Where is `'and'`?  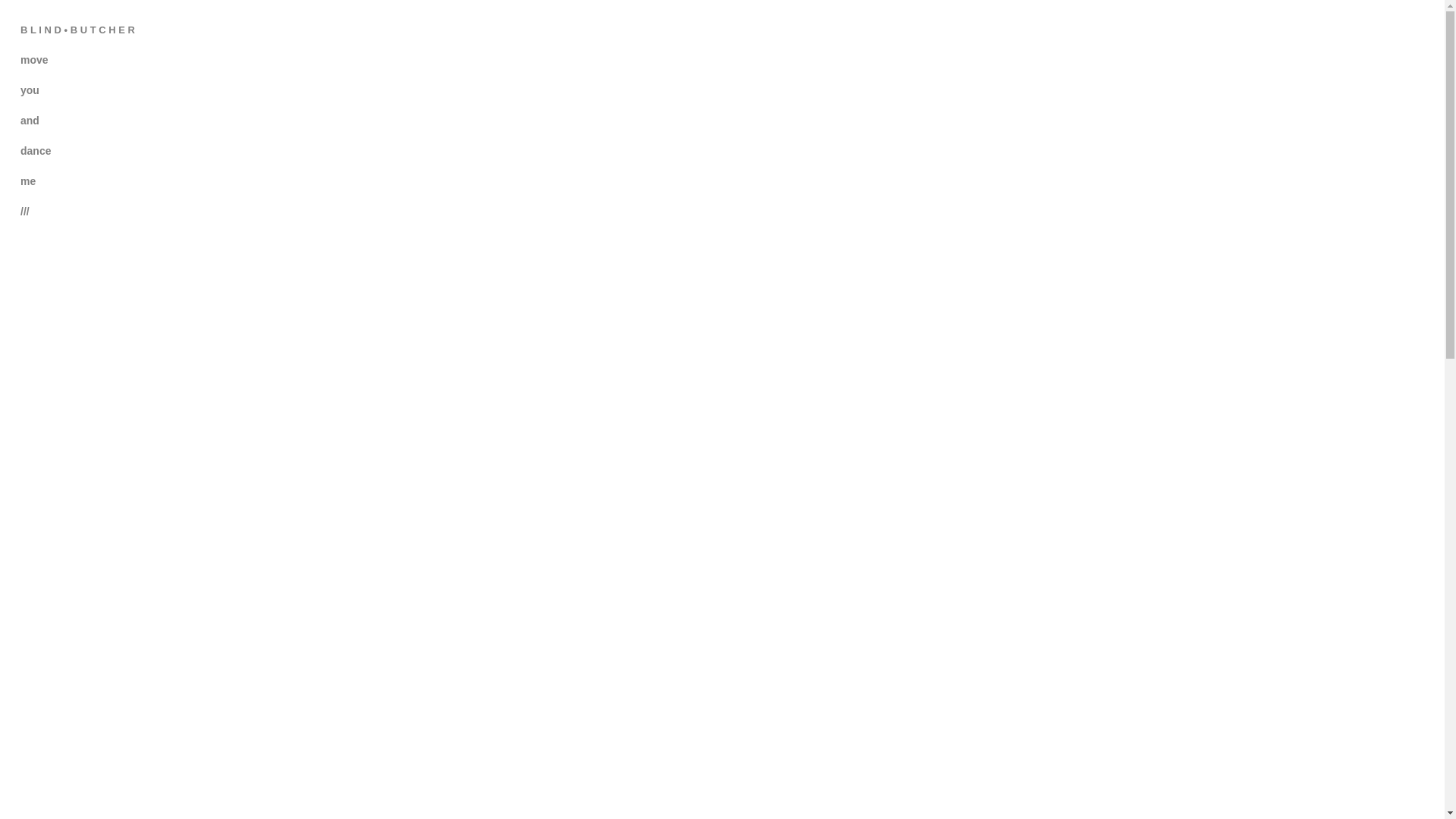
'and' is located at coordinates (30, 119).